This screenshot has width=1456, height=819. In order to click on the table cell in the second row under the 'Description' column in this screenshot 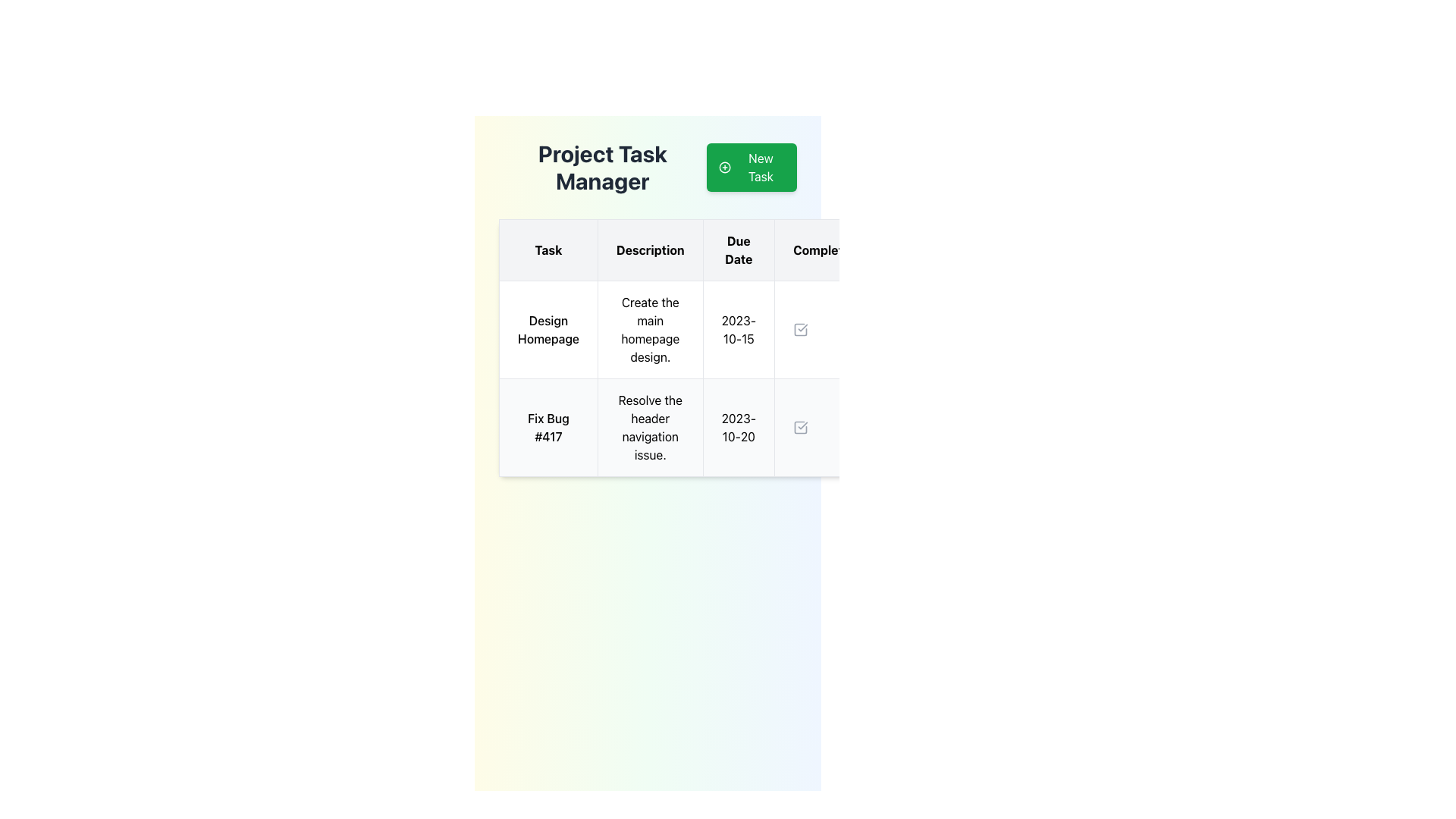, I will do `click(650, 427)`.